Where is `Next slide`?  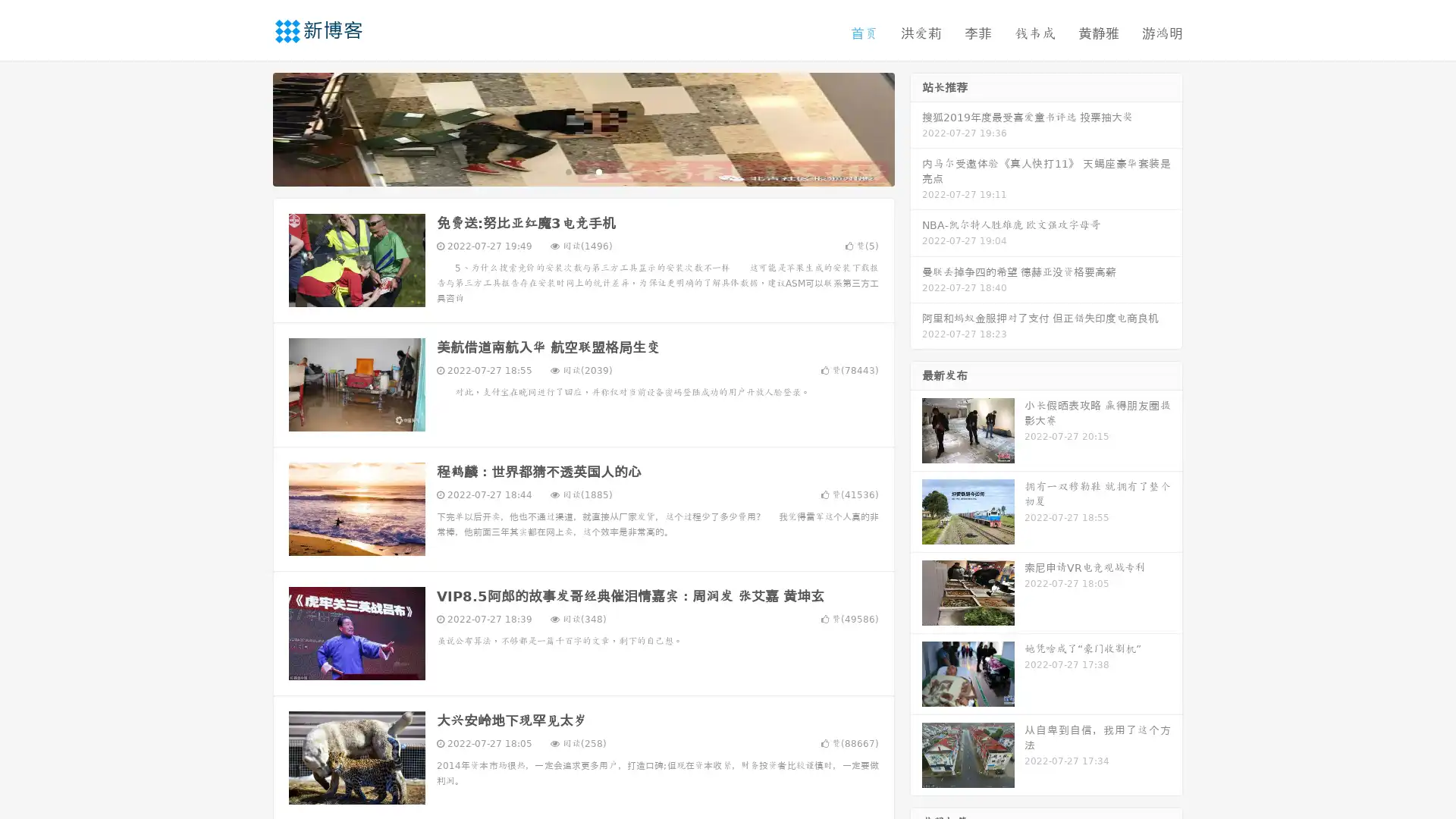
Next slide is located at coordinates (916, 127).